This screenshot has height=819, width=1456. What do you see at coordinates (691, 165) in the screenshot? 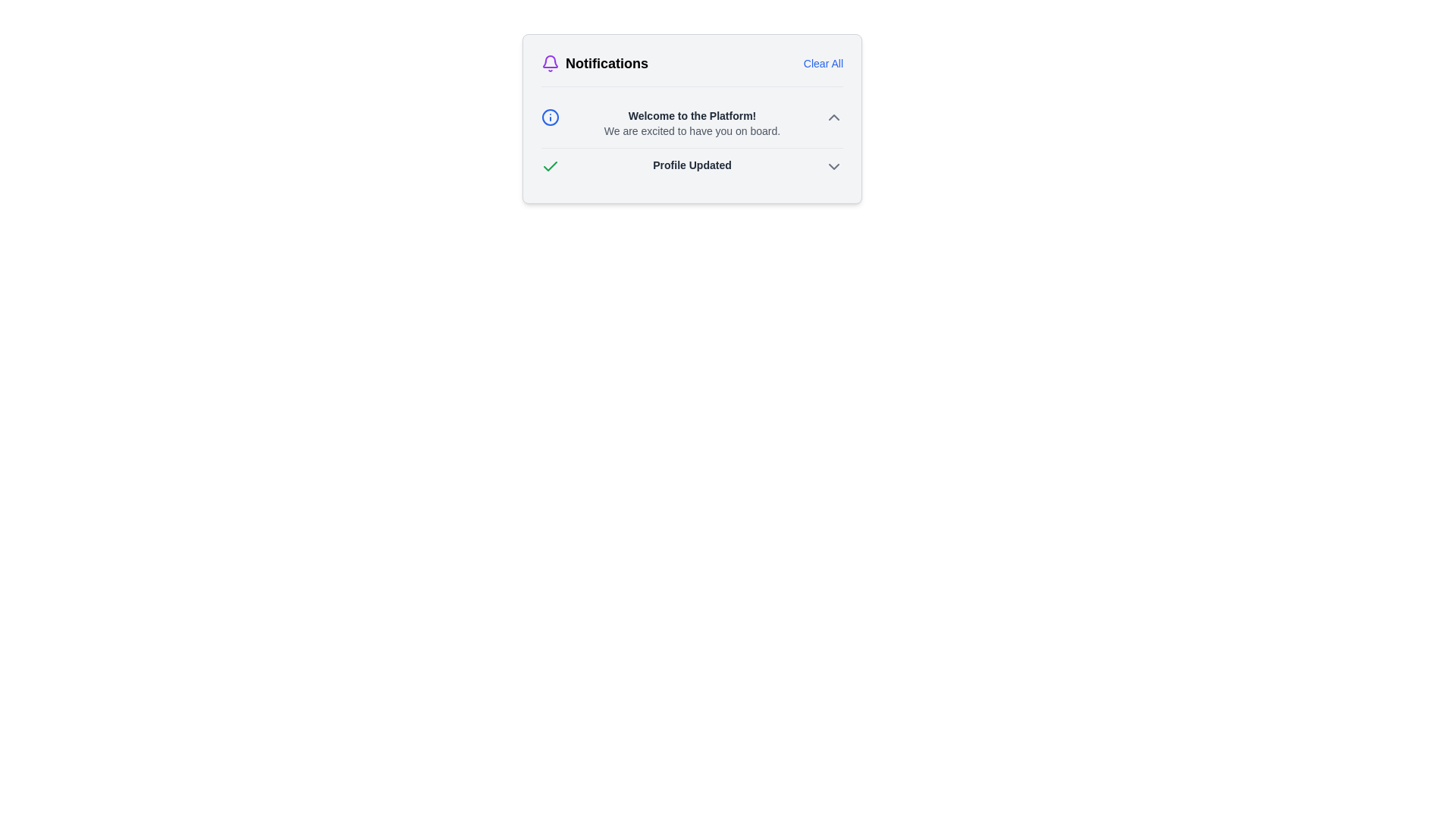
I see `the 'Profile Updated' text label located within the notification card under the 'Notifications' heading` at bounding box center [691, 165].